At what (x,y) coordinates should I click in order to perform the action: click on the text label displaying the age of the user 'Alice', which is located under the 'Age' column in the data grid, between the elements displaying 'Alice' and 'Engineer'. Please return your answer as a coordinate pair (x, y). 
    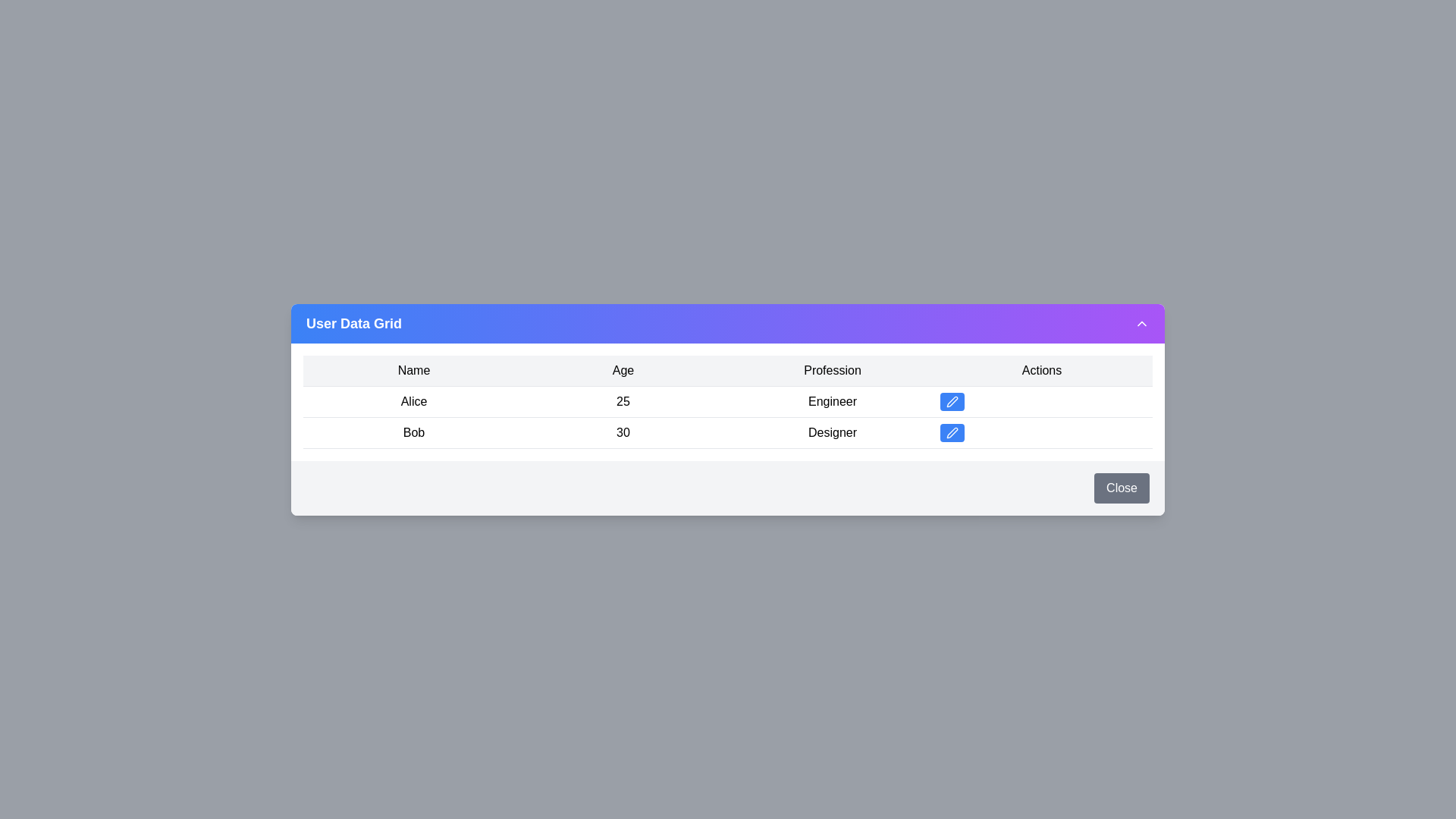
    Looking at the image, I should click on (623, 400).